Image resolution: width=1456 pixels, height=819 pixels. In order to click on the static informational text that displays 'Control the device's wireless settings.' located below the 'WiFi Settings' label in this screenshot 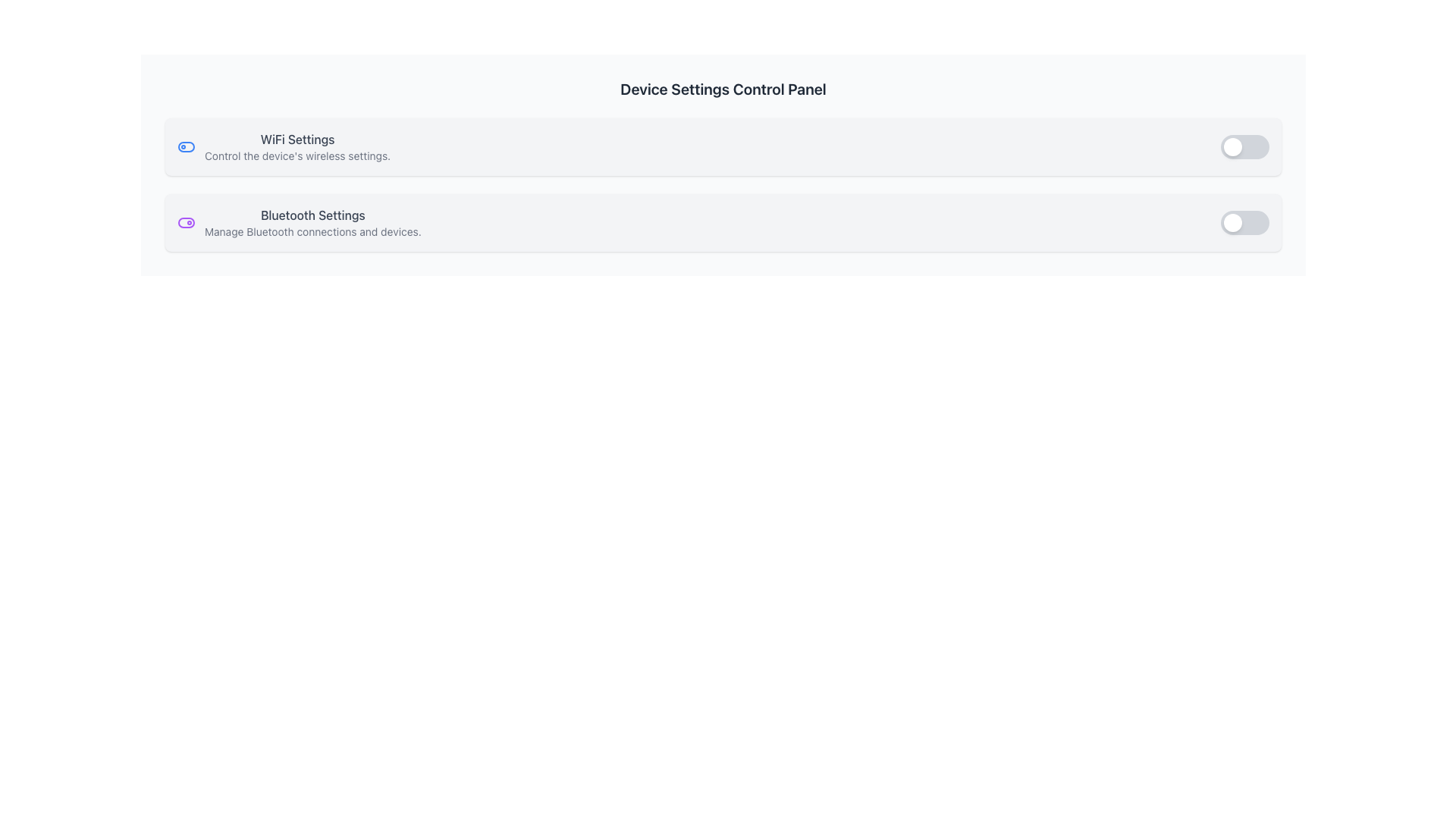, I will do `click(297, 155)`.